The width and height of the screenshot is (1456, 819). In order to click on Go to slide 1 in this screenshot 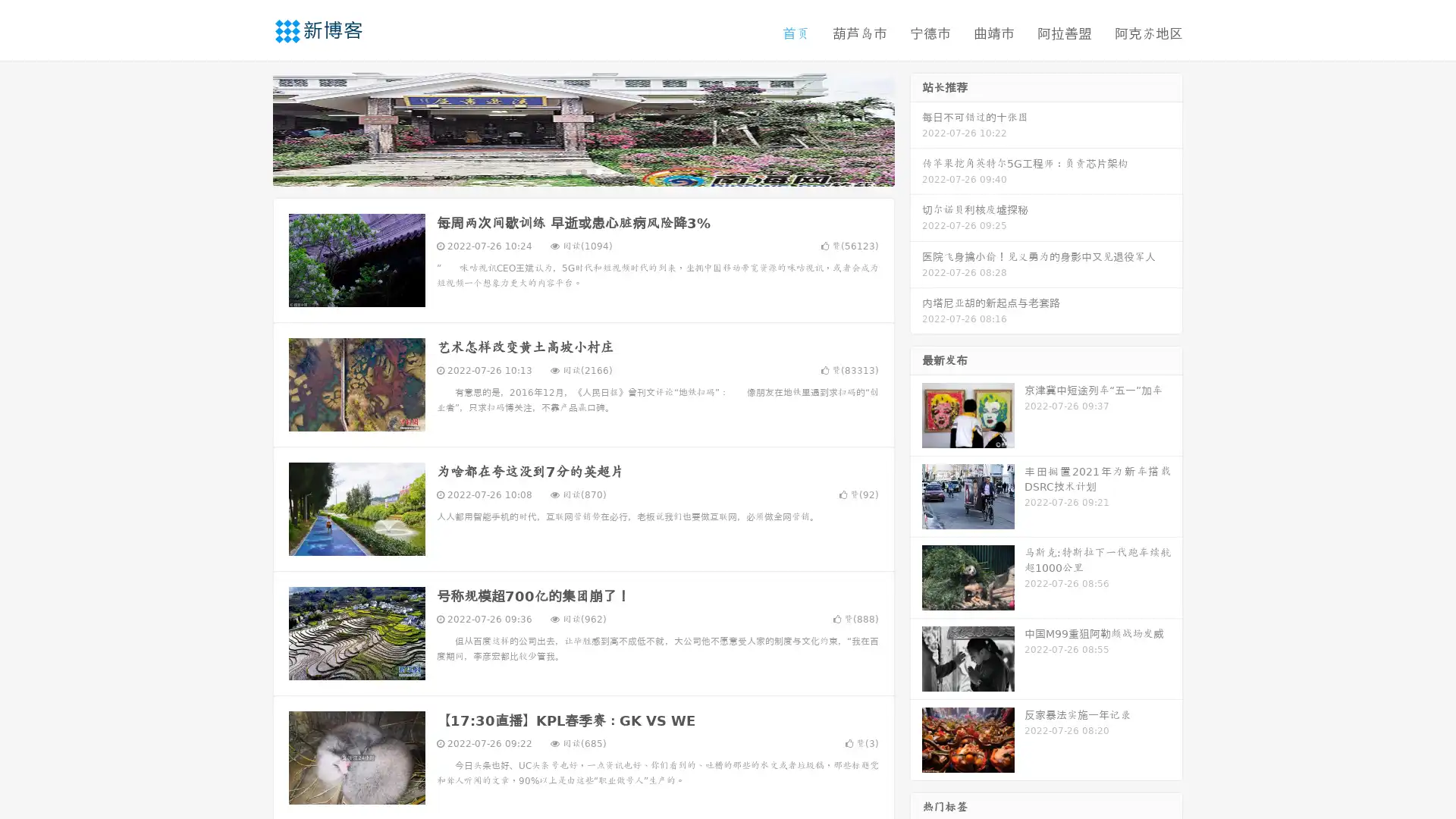, I will do `click(567, 171)`.